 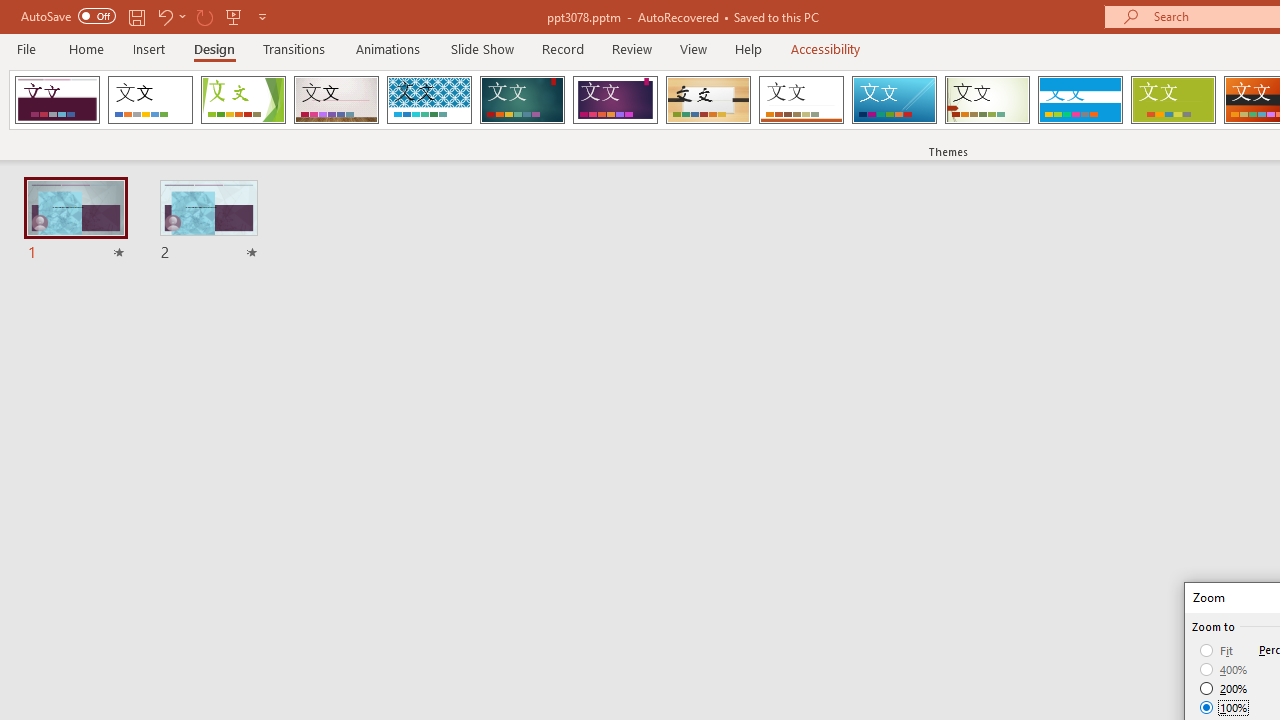 What do you see at coordinates (1216, 650) in the screenshot?
I see `'Fit'` at bounding box center [1216, 650].